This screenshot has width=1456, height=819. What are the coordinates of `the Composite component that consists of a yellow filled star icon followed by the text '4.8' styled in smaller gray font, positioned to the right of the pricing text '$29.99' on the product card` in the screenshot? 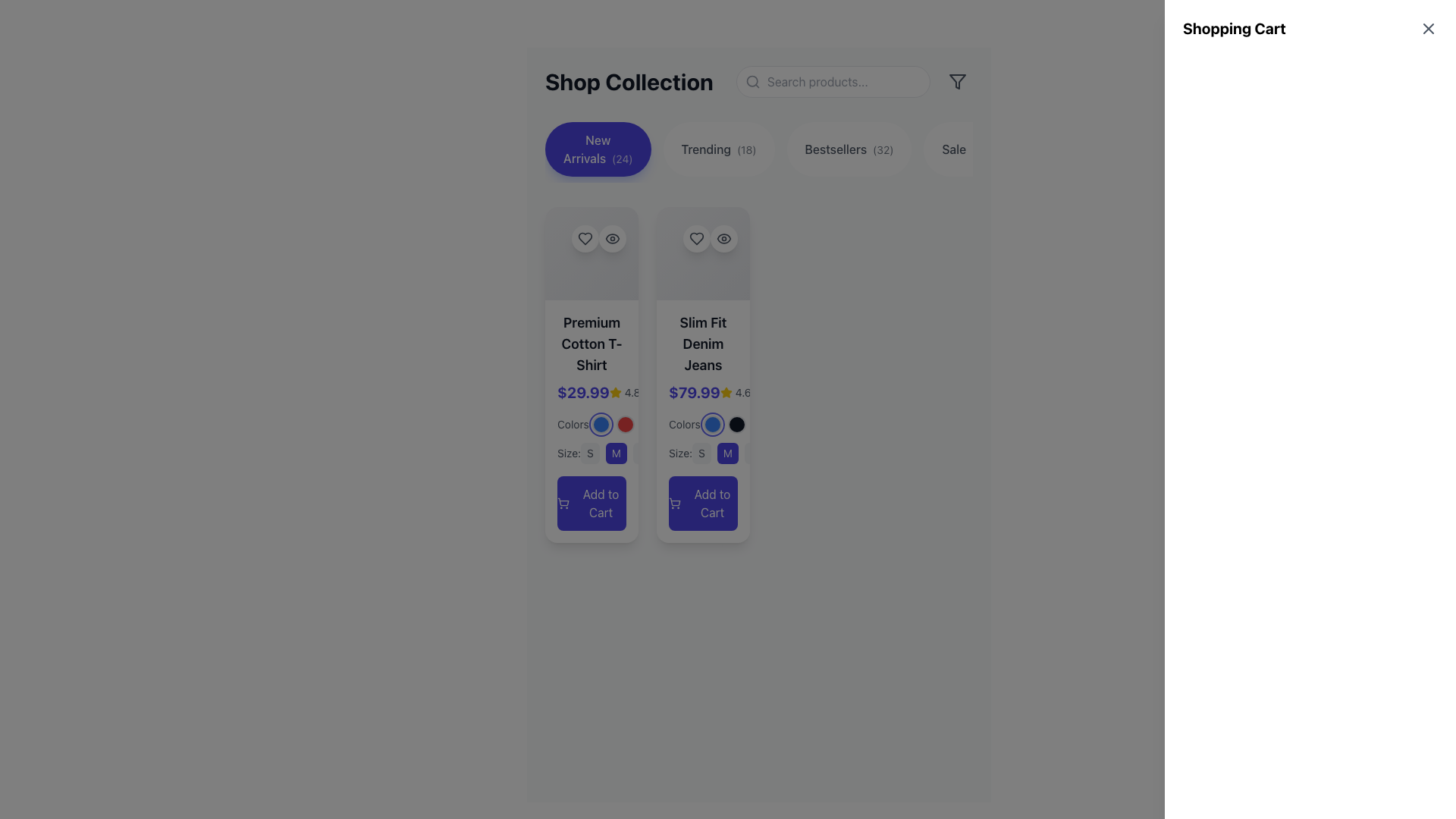 It's located at (625, 391).